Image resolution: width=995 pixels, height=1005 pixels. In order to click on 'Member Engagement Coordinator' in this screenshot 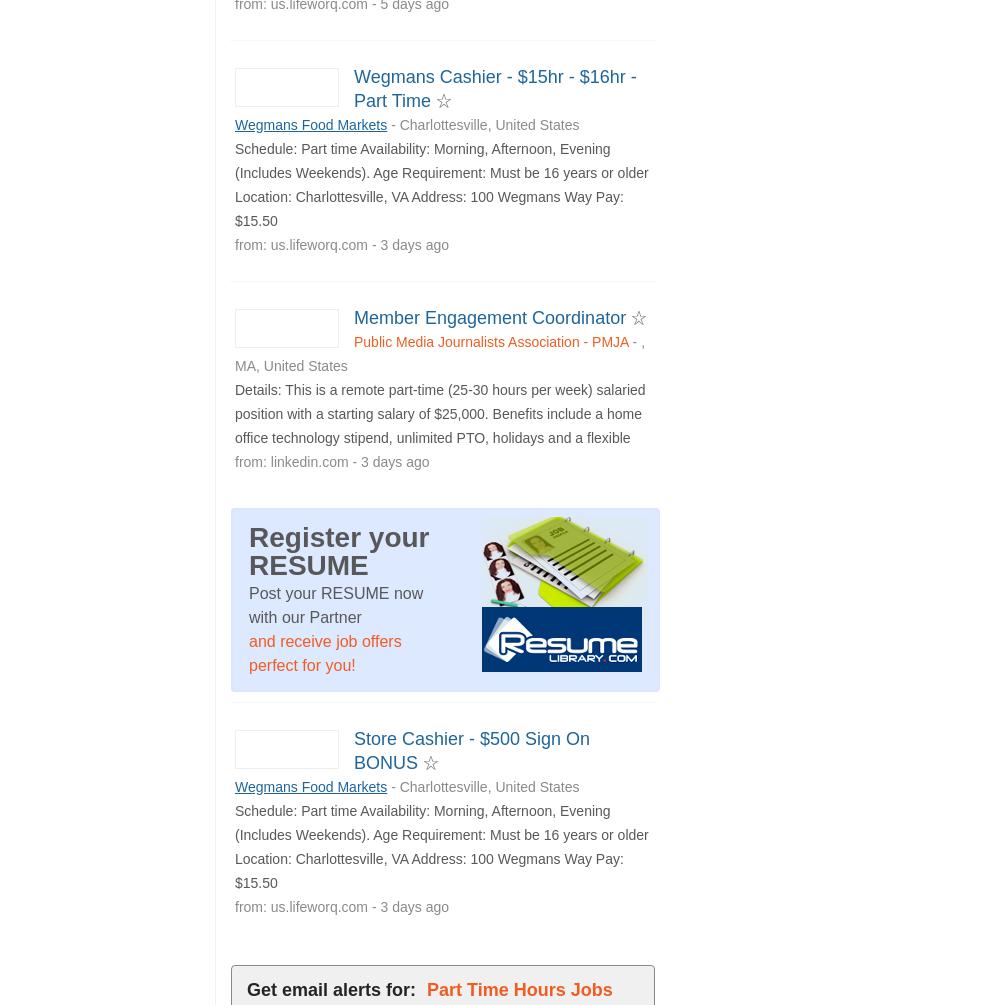, I will do `click(492, 315)`.